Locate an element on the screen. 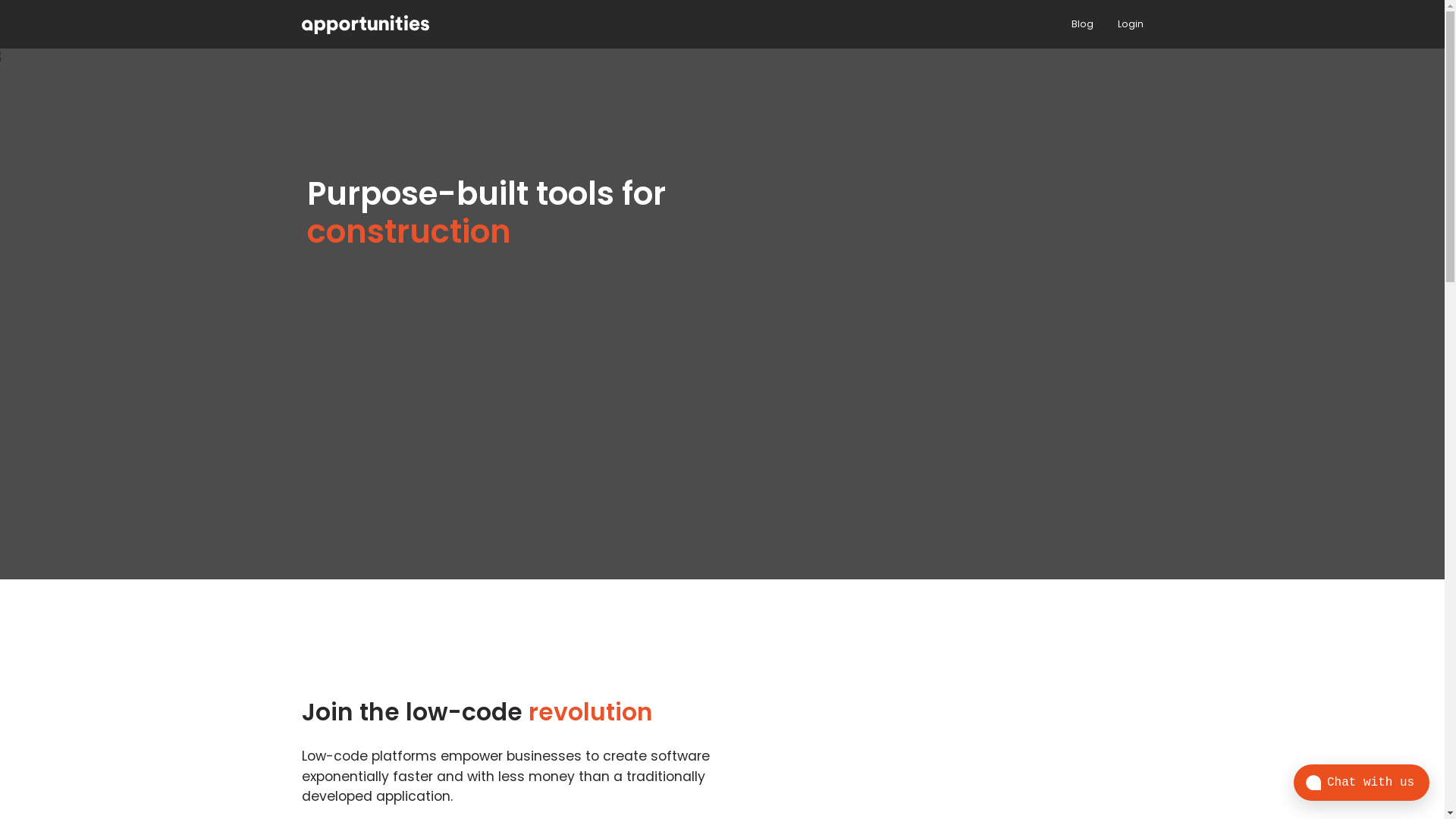  'Blog' is located at coordinates (1081, 24).